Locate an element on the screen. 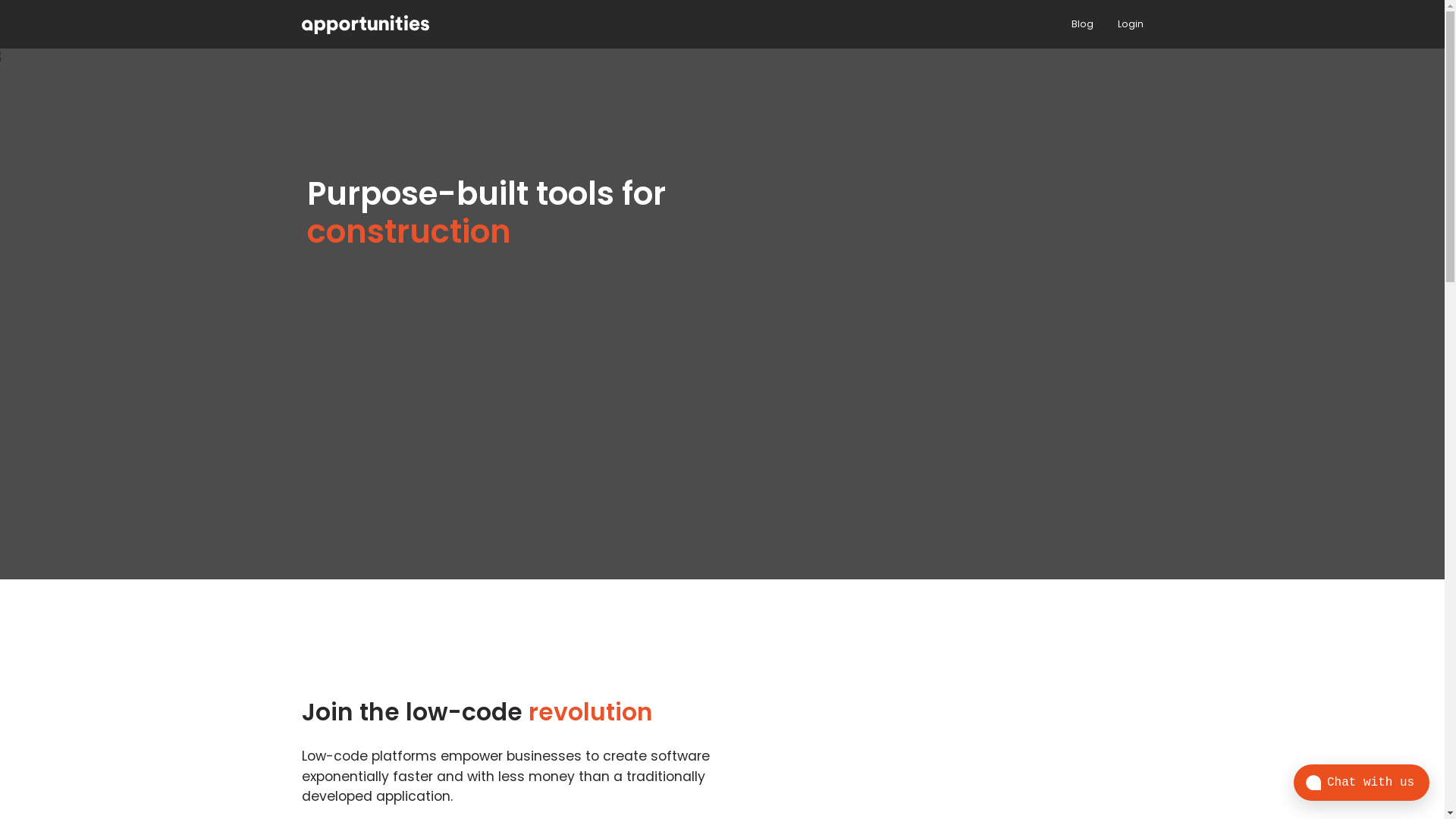  'Blog' is located at coordinates (1081, 24).